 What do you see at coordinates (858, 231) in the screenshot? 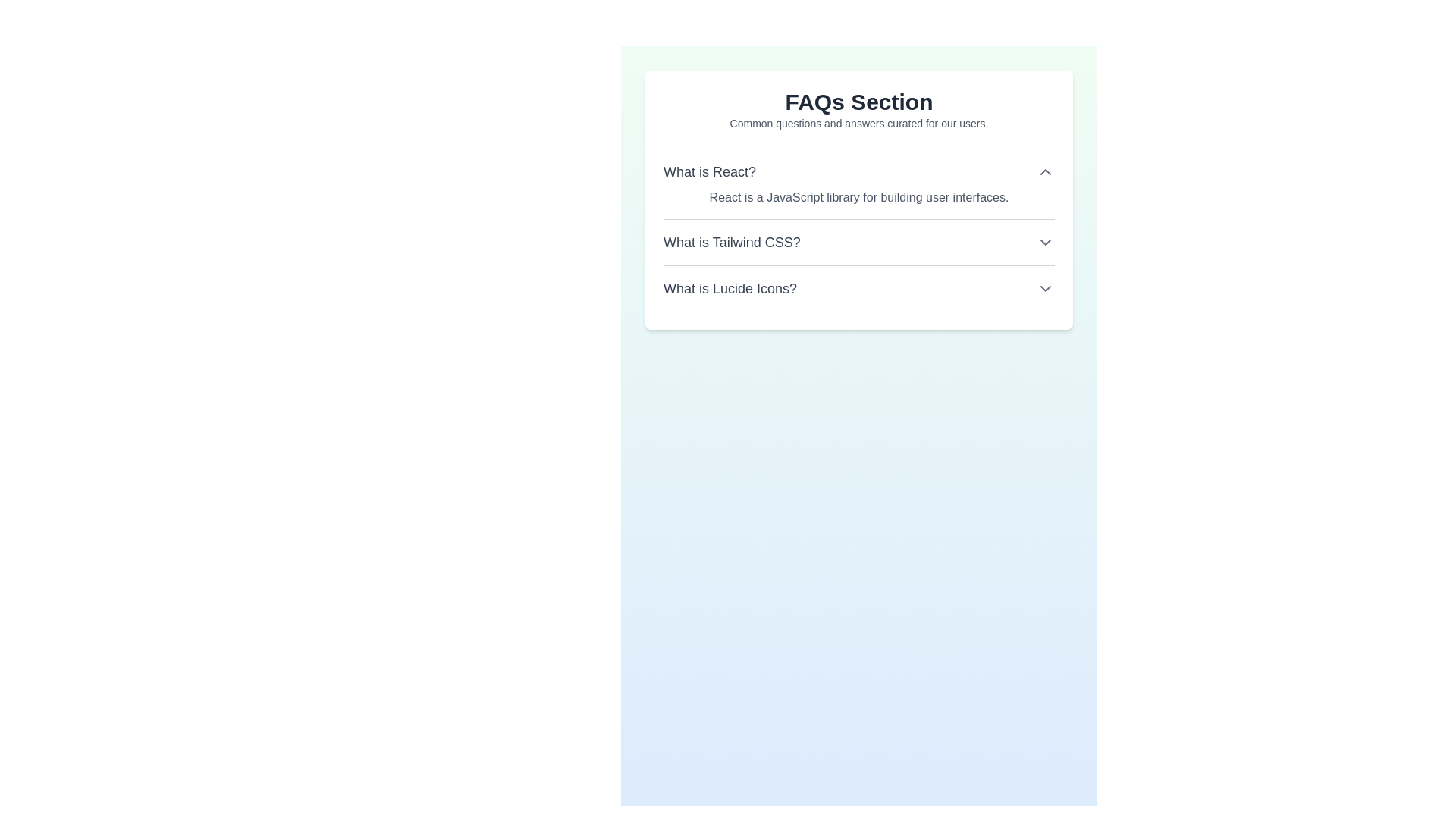
I see `the button labeled 'What is Tailwind CSS?'` at bounding box center [858, 231].